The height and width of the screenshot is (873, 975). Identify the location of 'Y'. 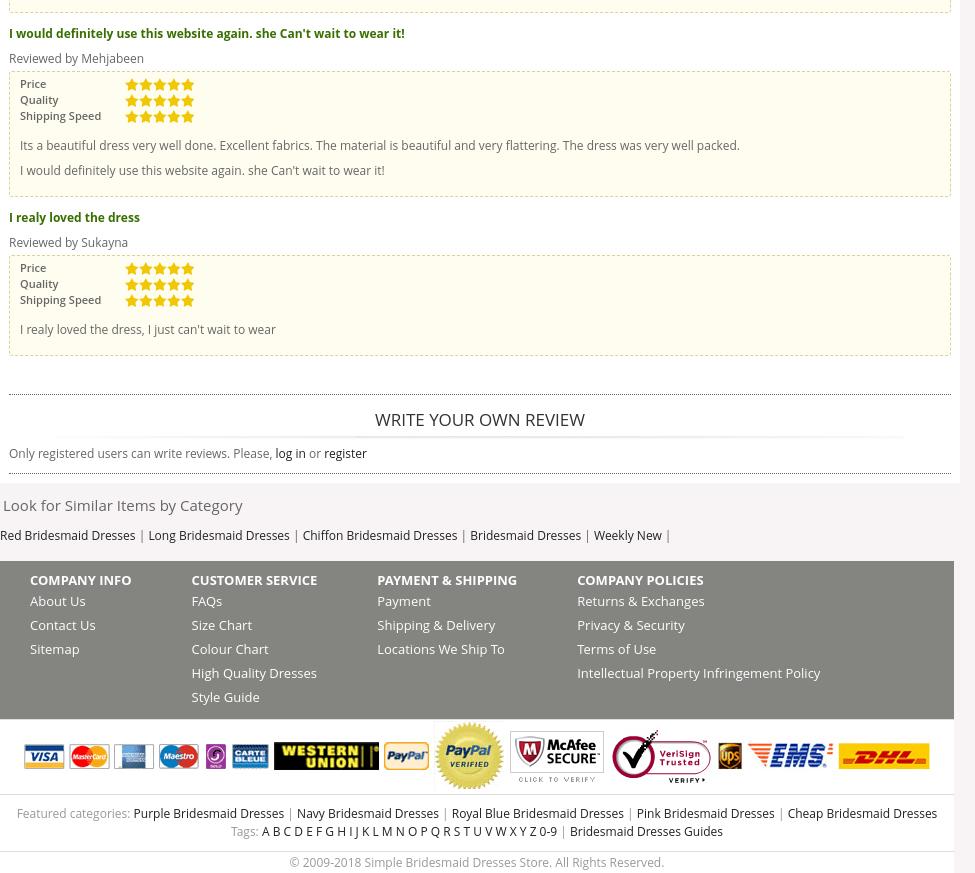
(521, 831).